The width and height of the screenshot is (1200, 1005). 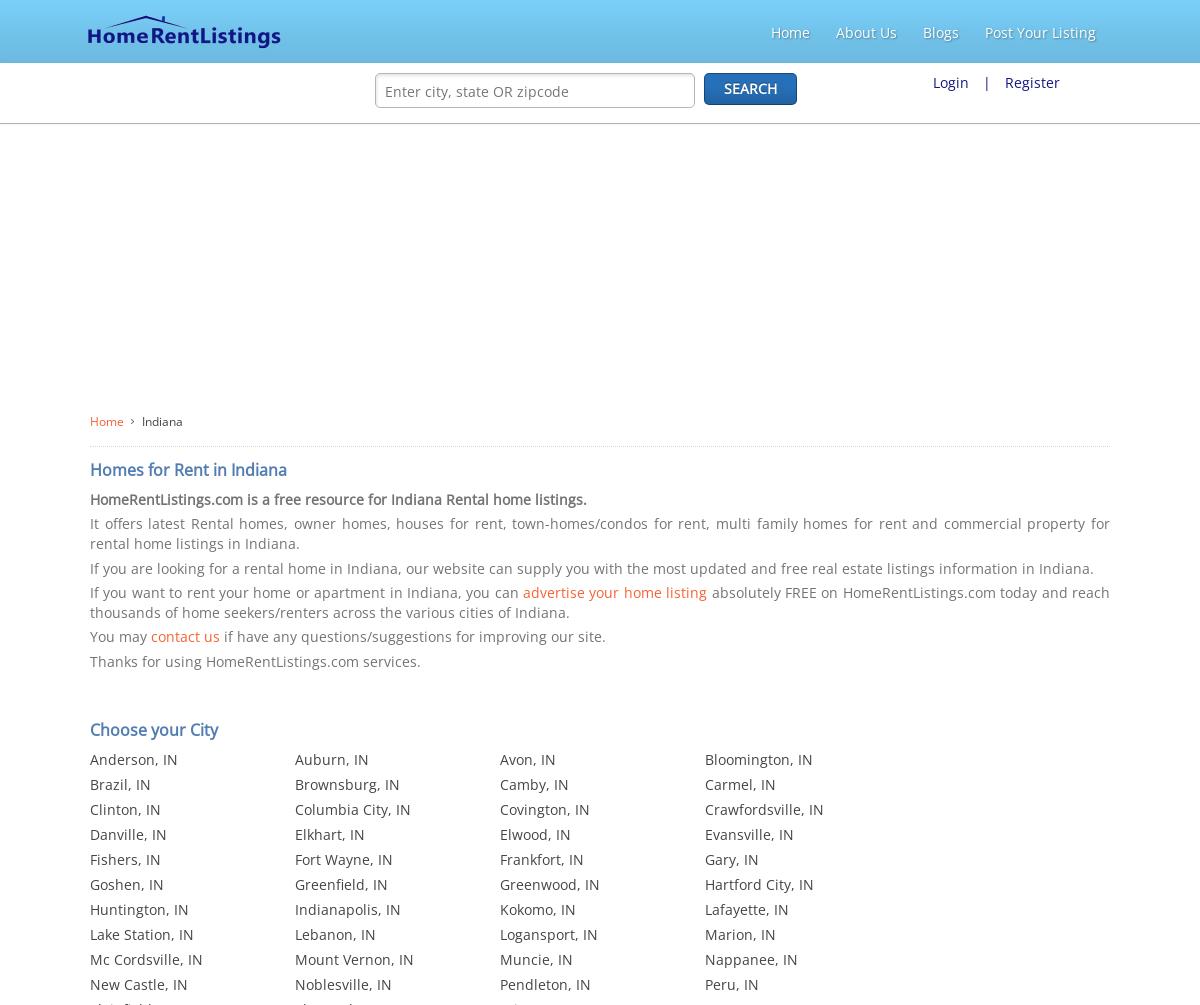 I want to click on 'It offers latest Rental homes, owner homes, houses for rent, town-homes/condos for rent, multi family homes for rent and commercial property for rental home listings in Indiana.', so click(x=600, y=531).